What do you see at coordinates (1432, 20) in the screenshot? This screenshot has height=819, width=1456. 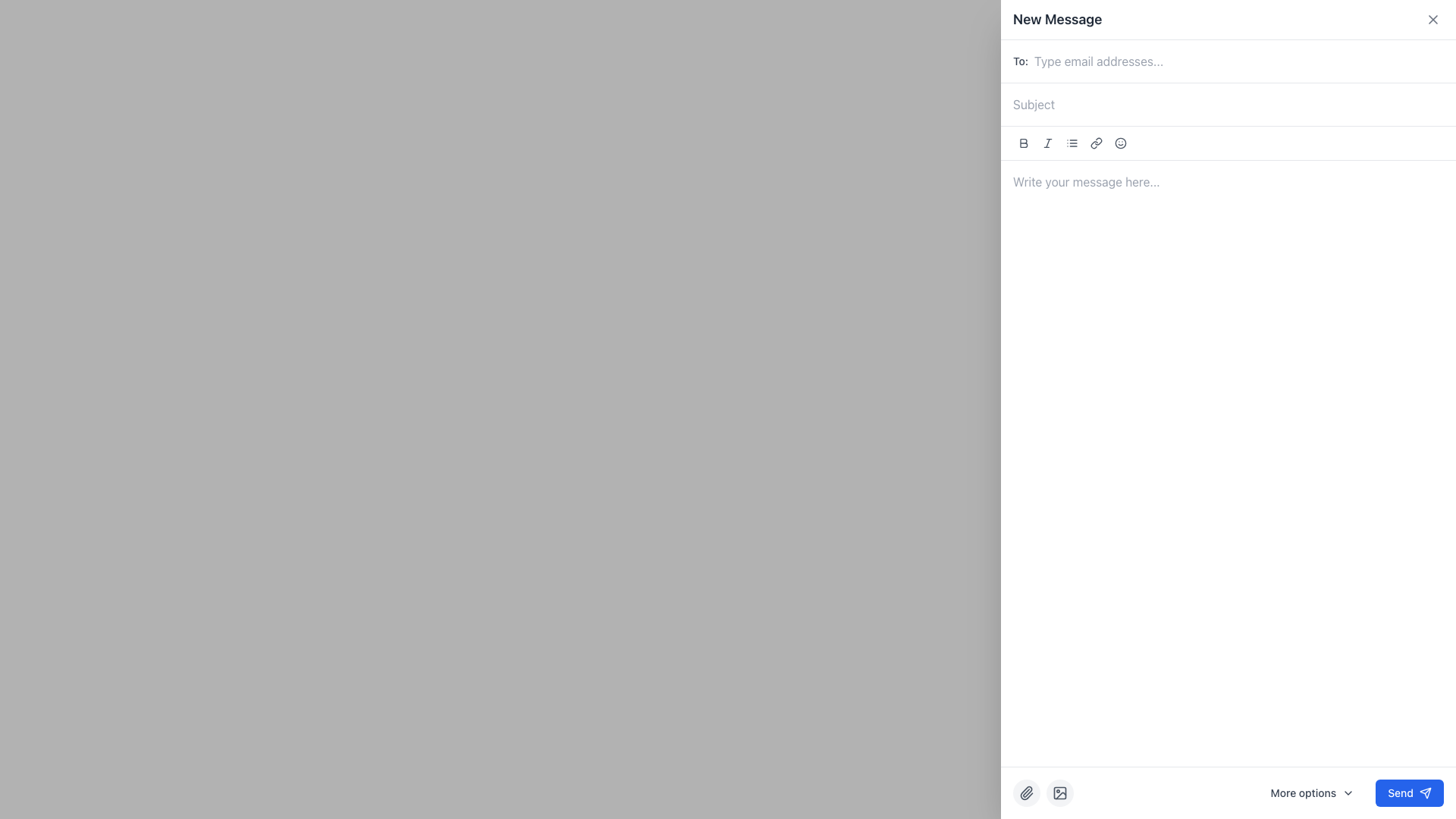 I see `the gray 'X' icon button located at the top-right corner of the email composer` at bounding box center [1432, 20].